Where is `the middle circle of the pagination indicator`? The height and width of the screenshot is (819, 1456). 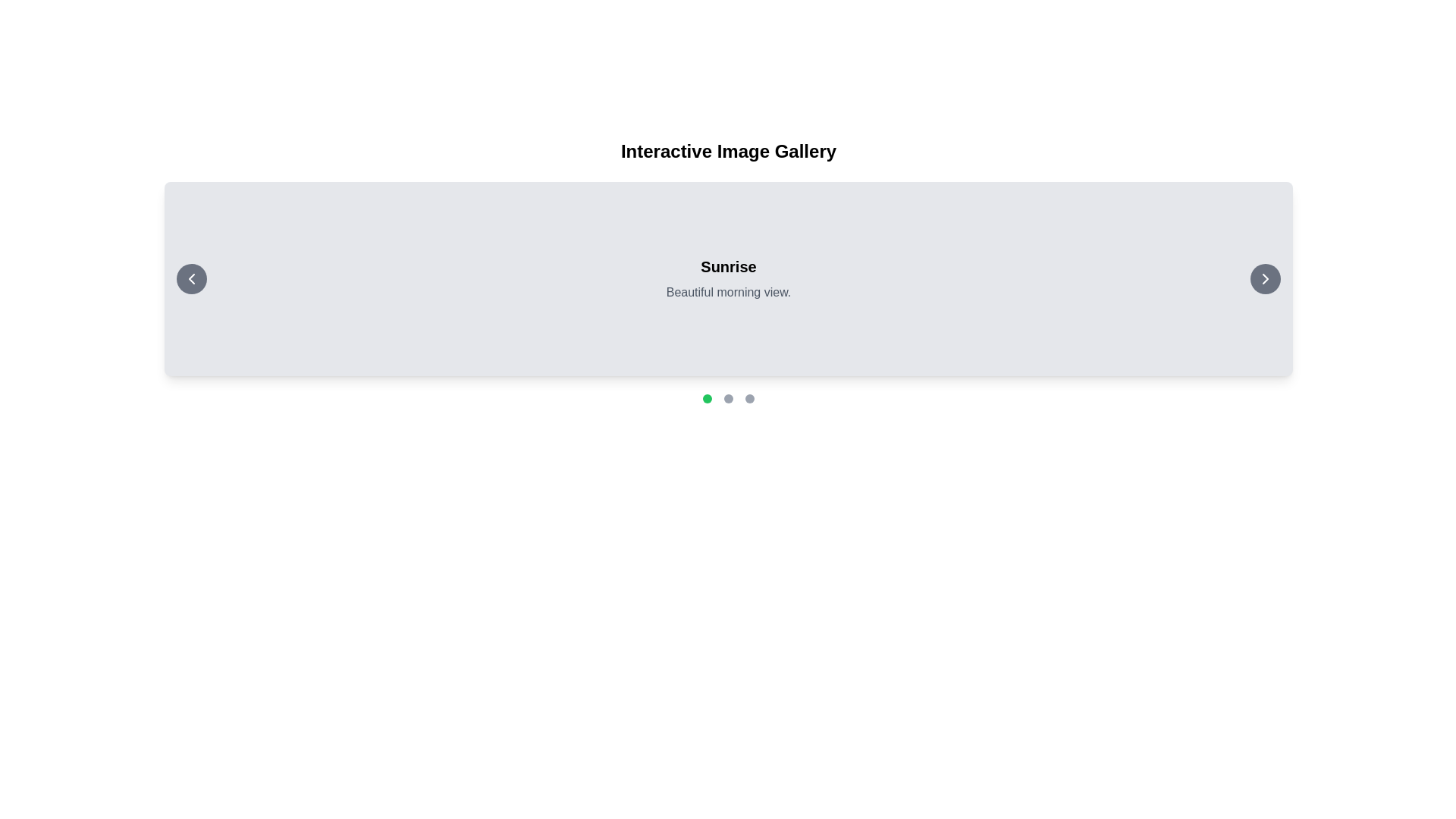 the middle circle of the pagination indicator is located at coordinates (728, 397).